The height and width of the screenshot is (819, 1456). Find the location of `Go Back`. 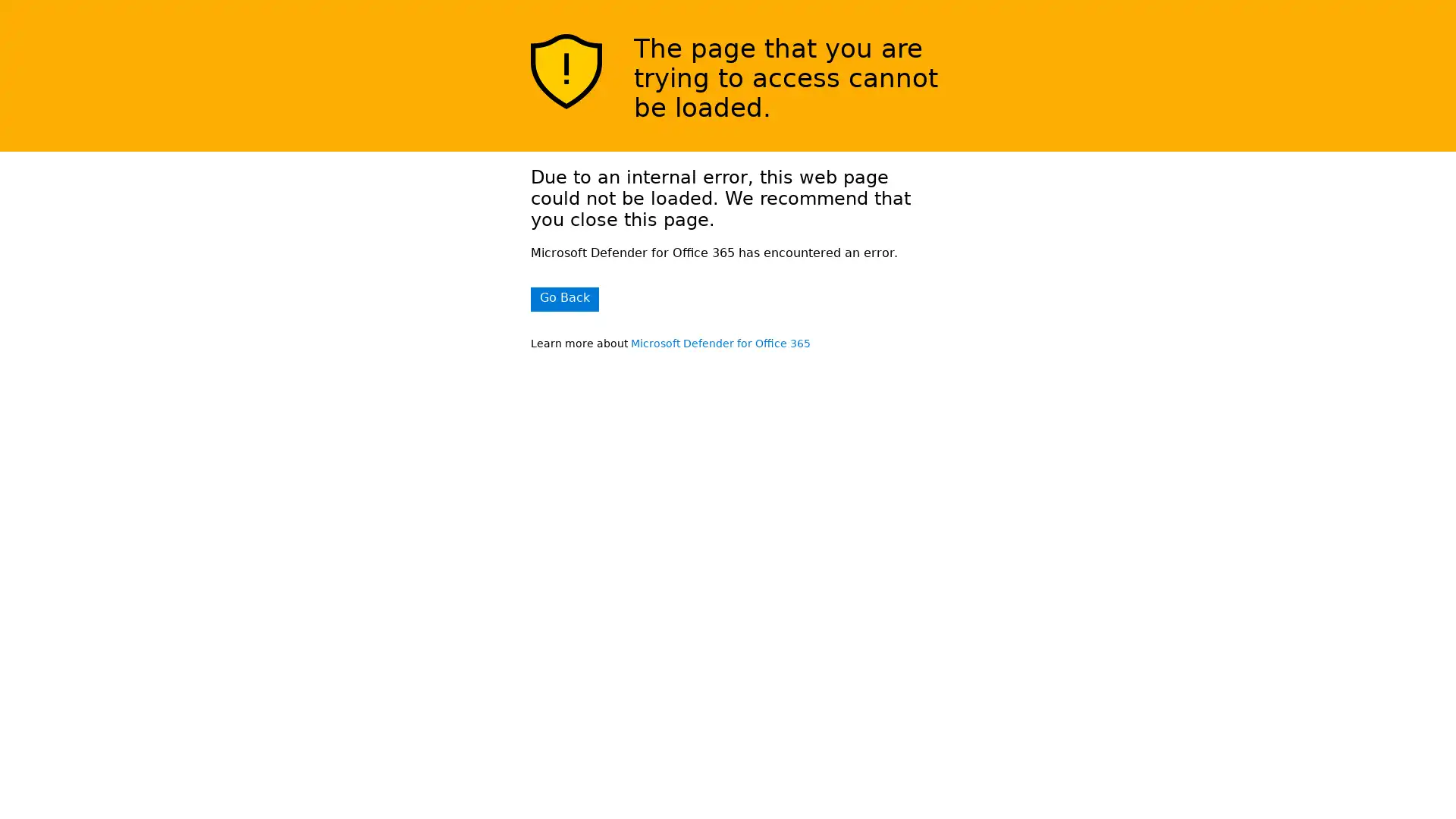

Go Back is located at coordinates (563, 298).